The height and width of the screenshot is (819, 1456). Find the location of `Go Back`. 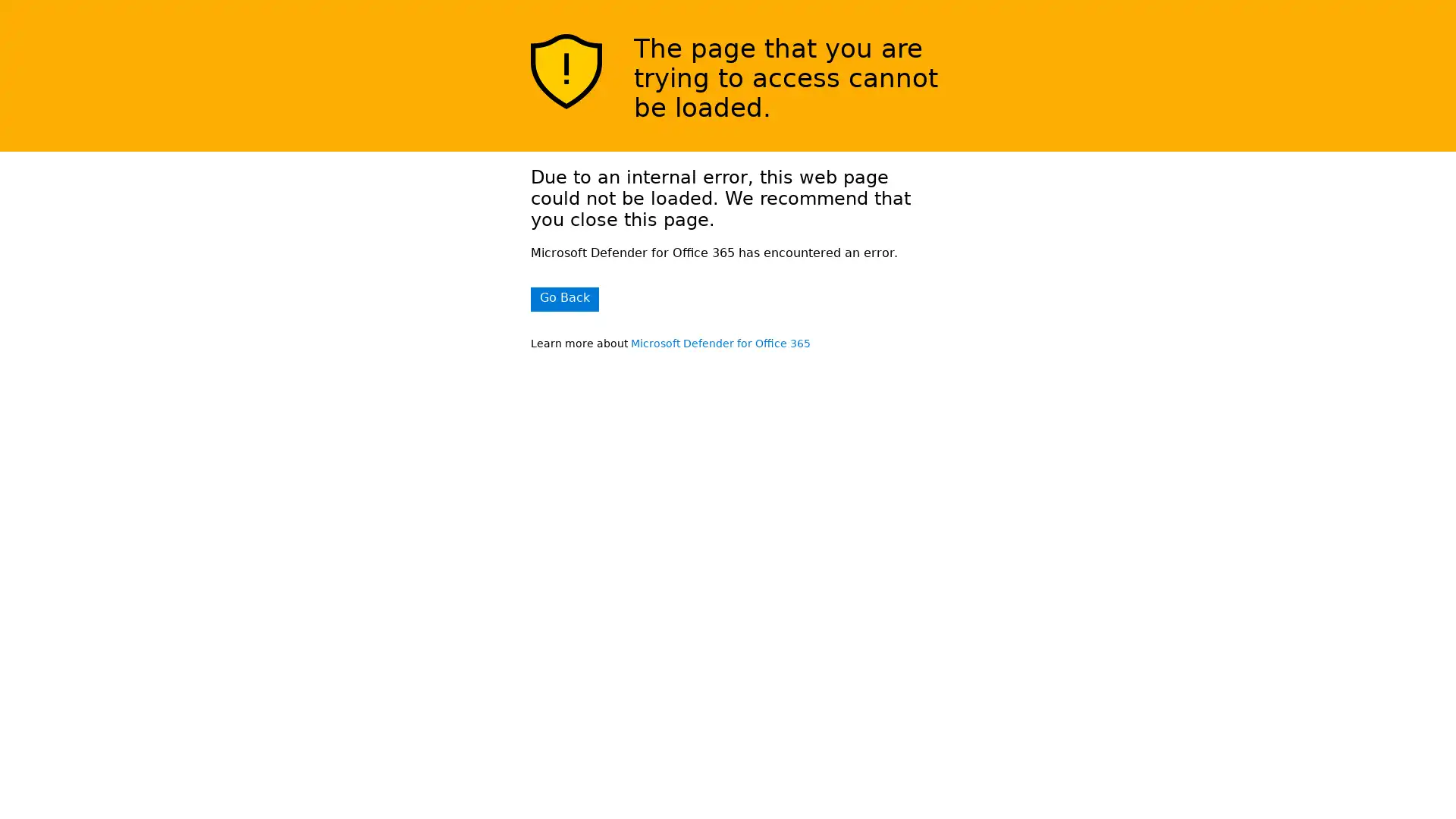

Go Back is located at coordinates (563, 298).